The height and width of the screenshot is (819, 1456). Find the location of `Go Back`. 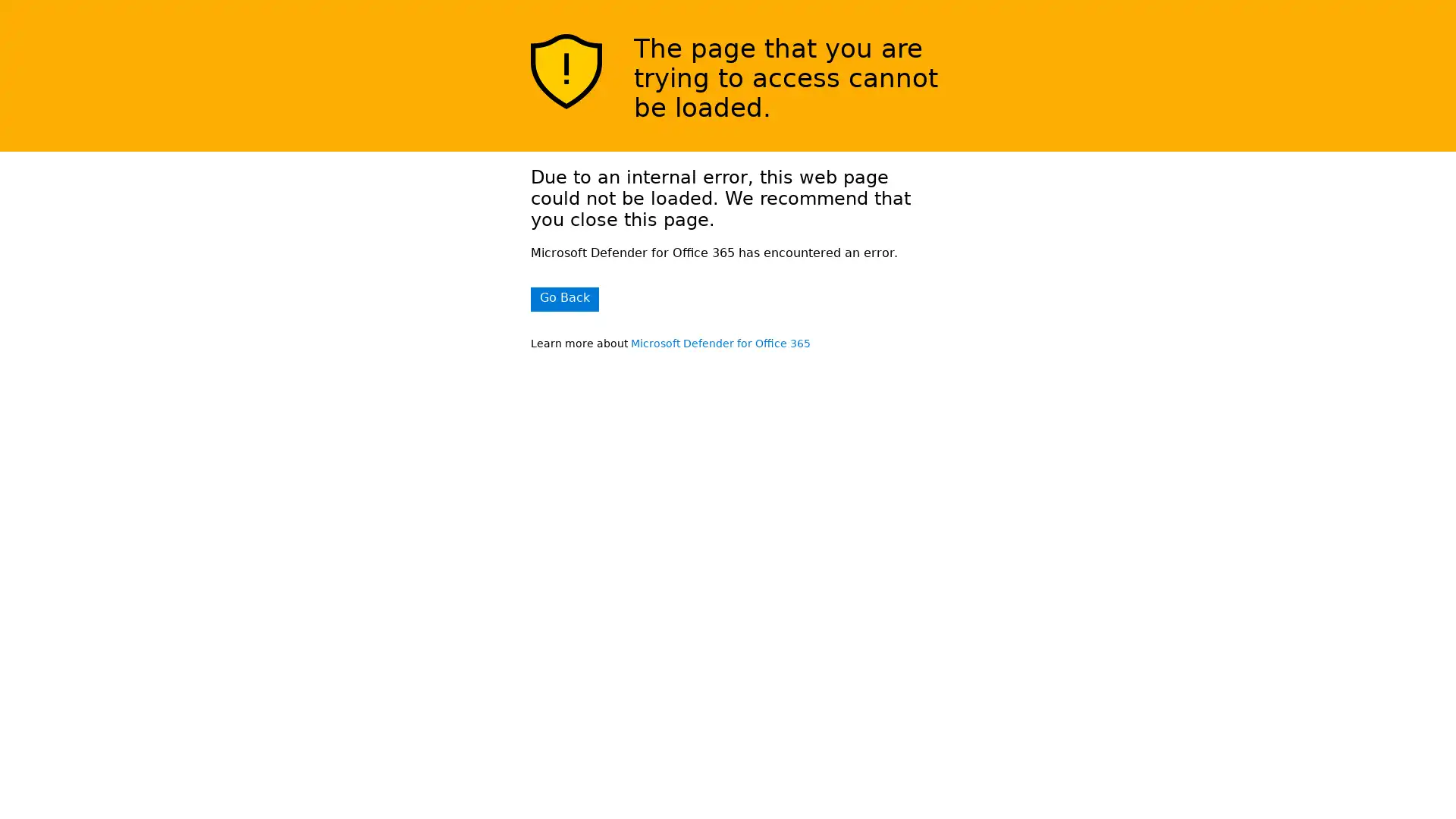

Go Back is located at coordinates (563, 298).